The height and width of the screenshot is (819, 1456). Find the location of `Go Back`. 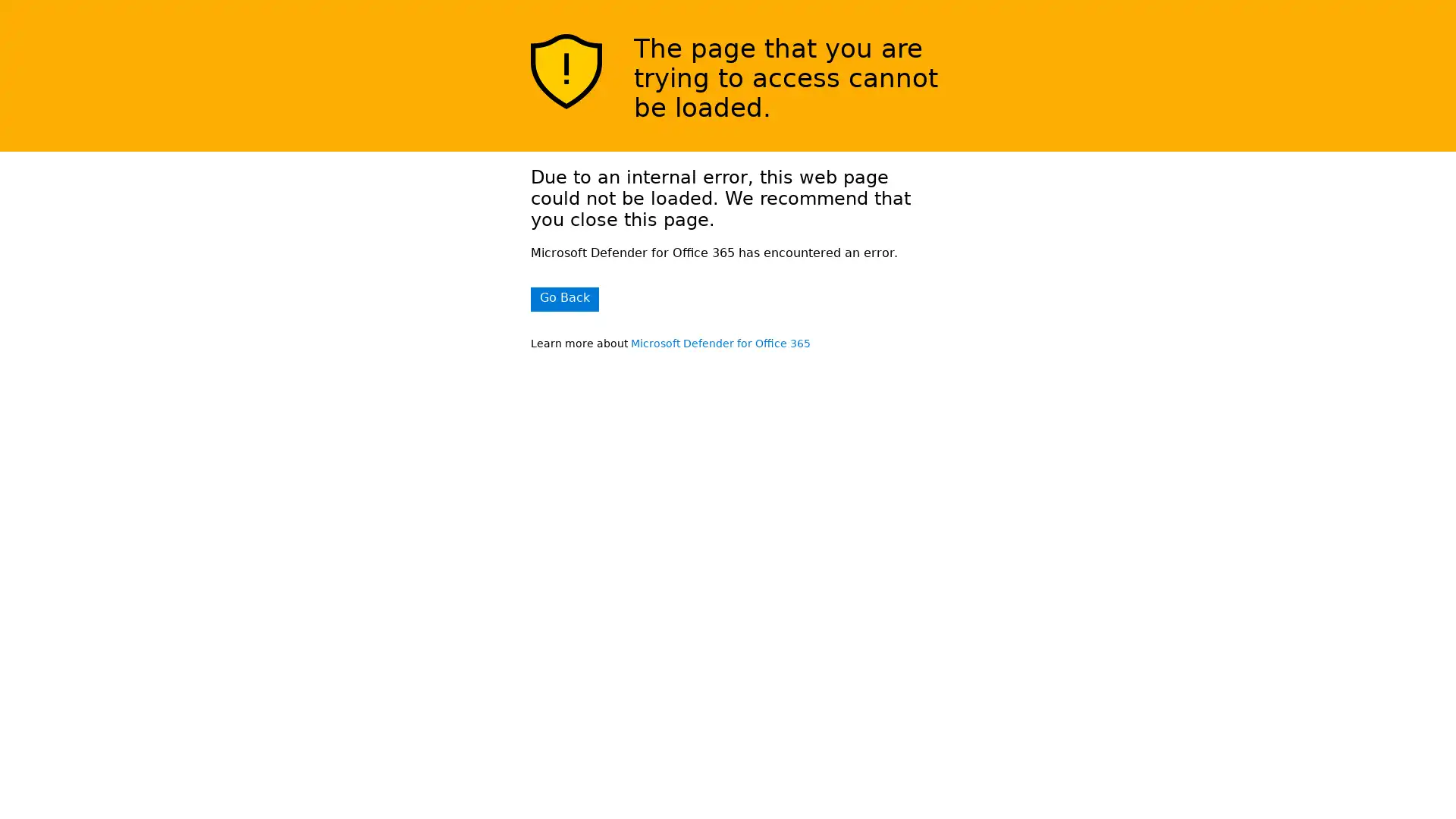

Go Back is located at coordinates (563, 298).